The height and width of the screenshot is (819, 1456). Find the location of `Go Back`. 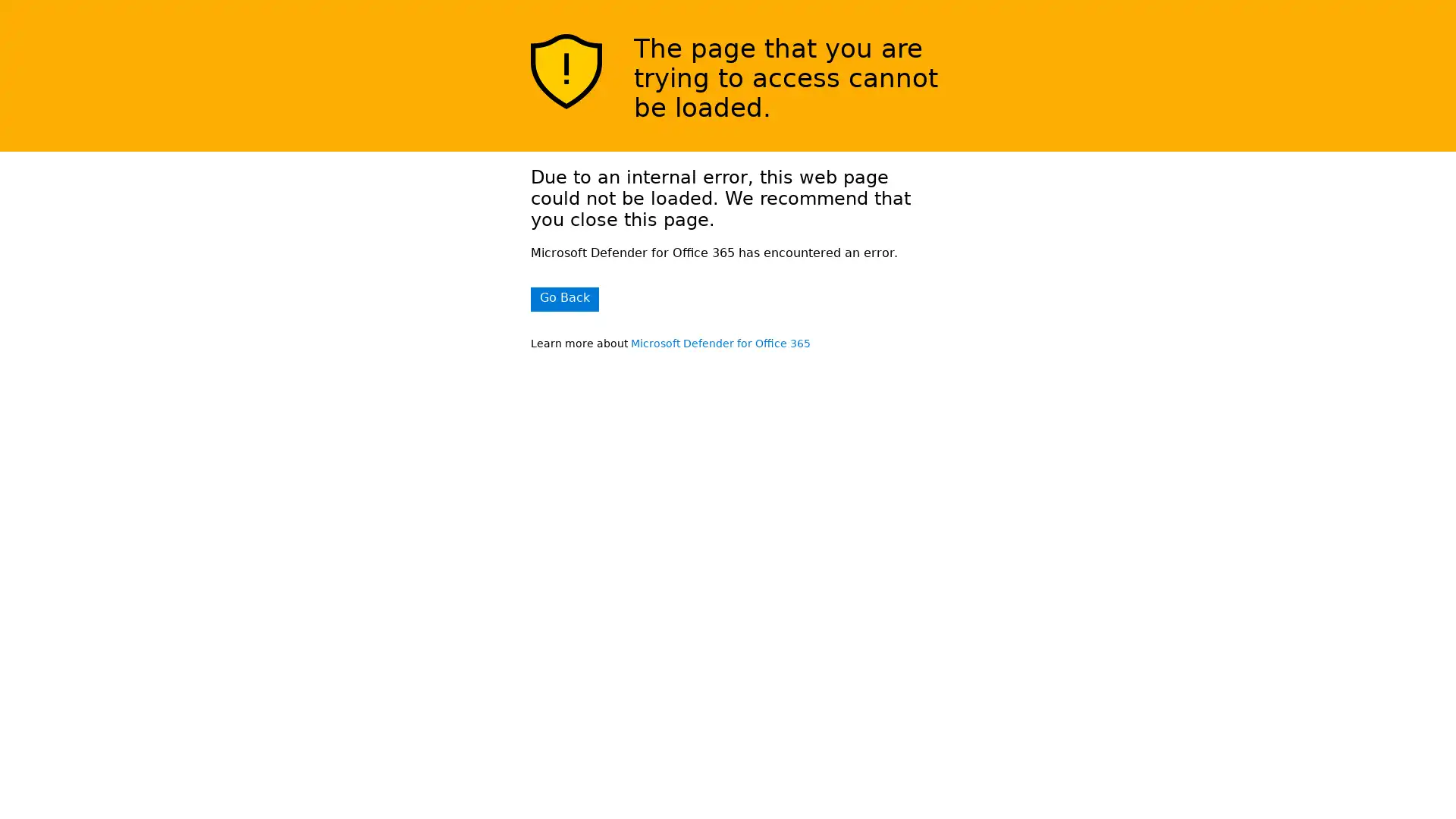

Go Back is located at coordinates (563, 298).